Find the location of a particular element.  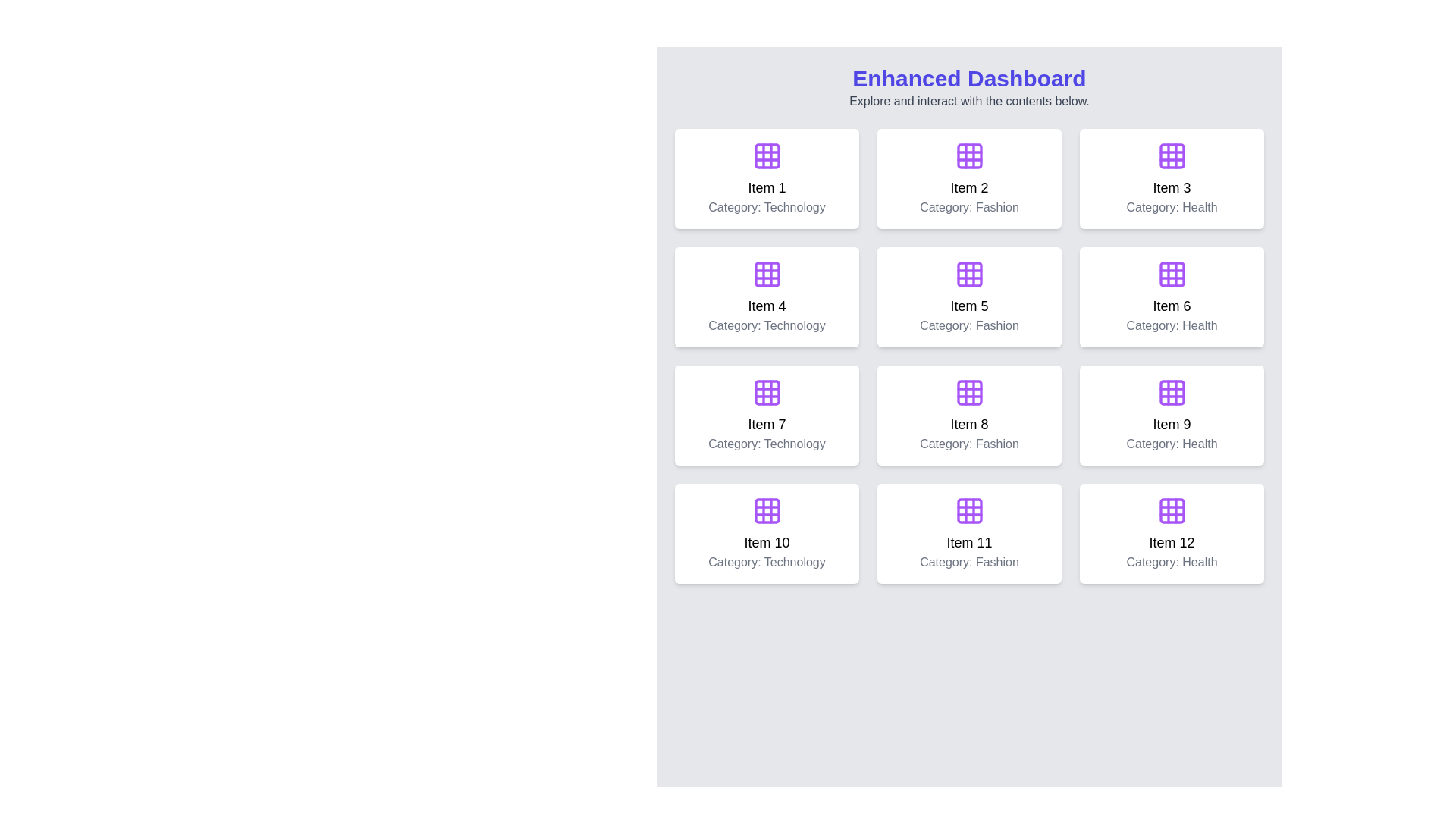

the static text label 'Item 12' located at the bottom right of a grid layout, which is part of an item card and situated under the text 'Category: Health' is located at coordinates (1171, 542).